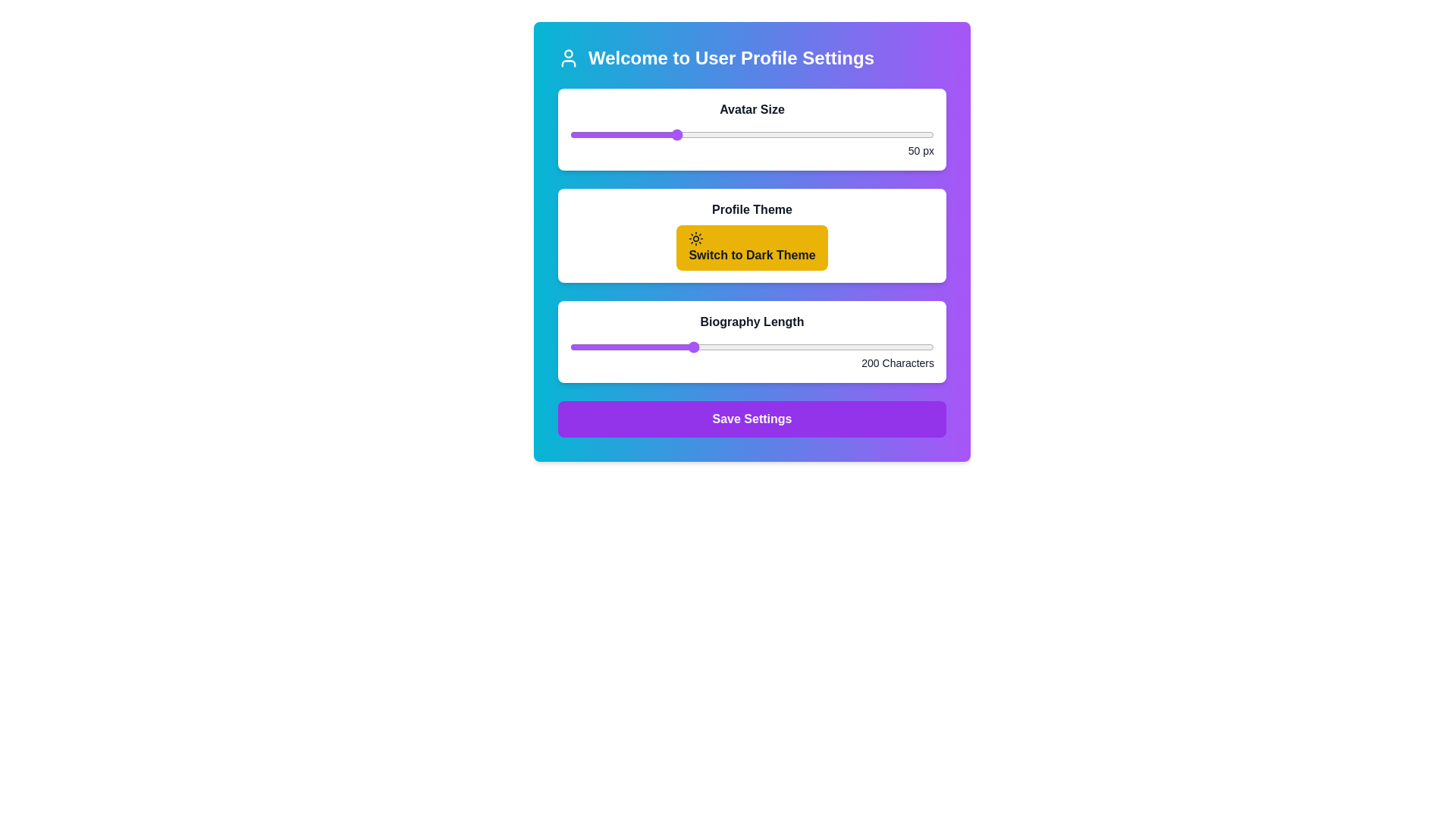 The image size is (1456, 819). I want to click on the slider, so click(773, 133).